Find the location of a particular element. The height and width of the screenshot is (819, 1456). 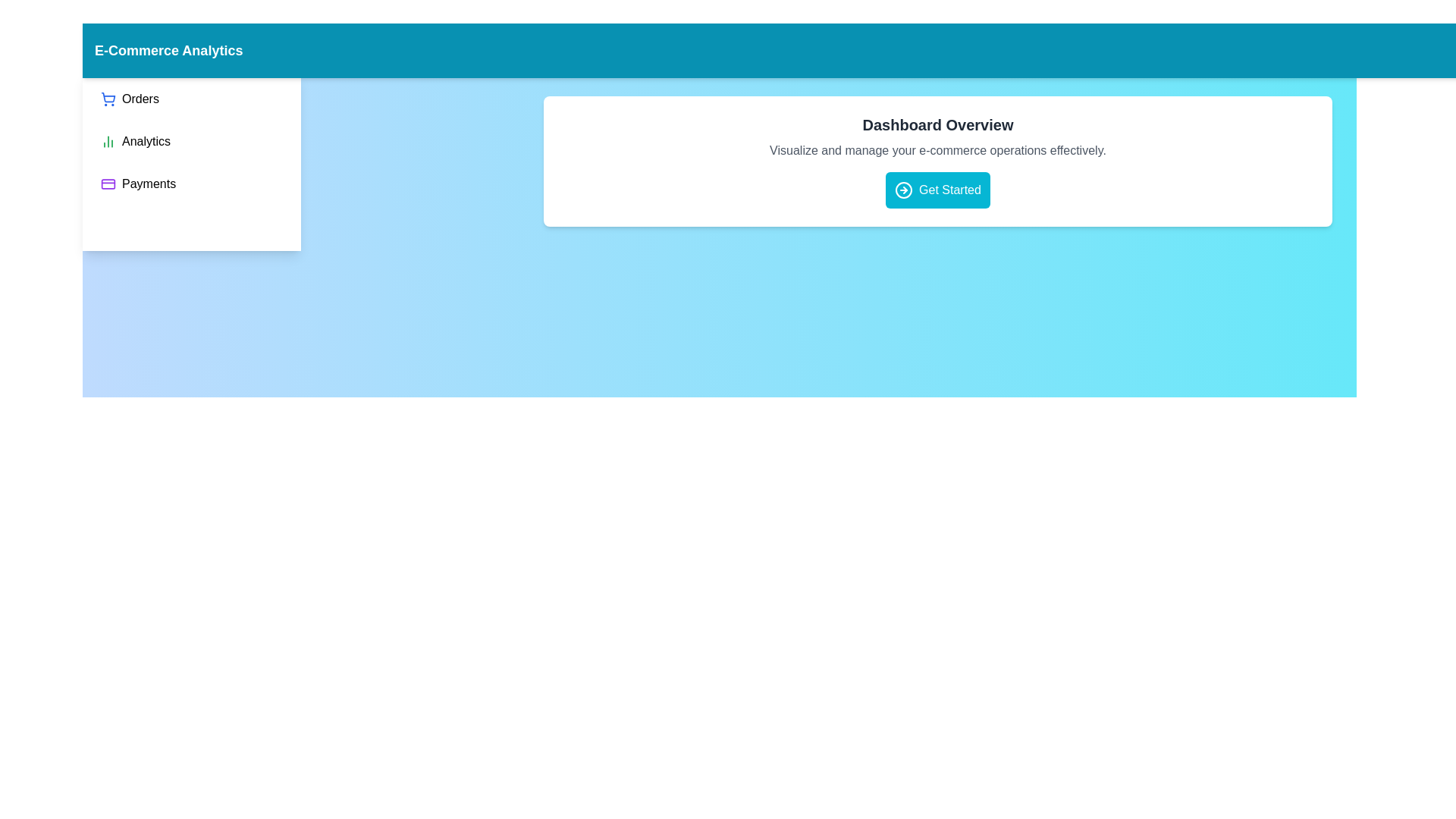

the prominent cyan button labeled 'Get Started' with a right arrow icon, located in the center of the card-like section below the 'Dashboard Overview' heading is located at coordinates (937, 189).